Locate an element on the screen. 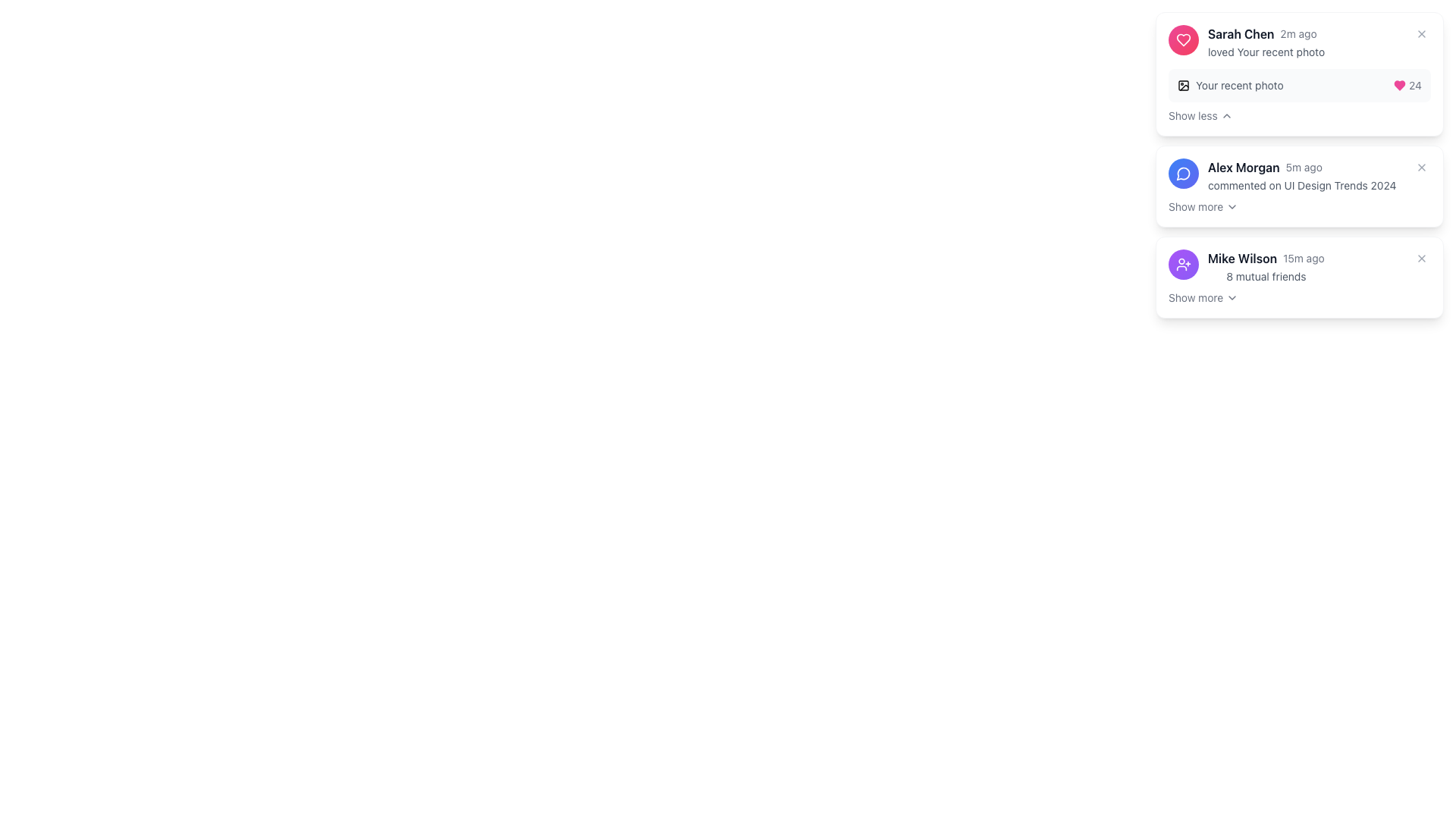  the icon button located at the top-left corner of the notification related to 'Alex Morgan' is located at coordinates (1182, 172).